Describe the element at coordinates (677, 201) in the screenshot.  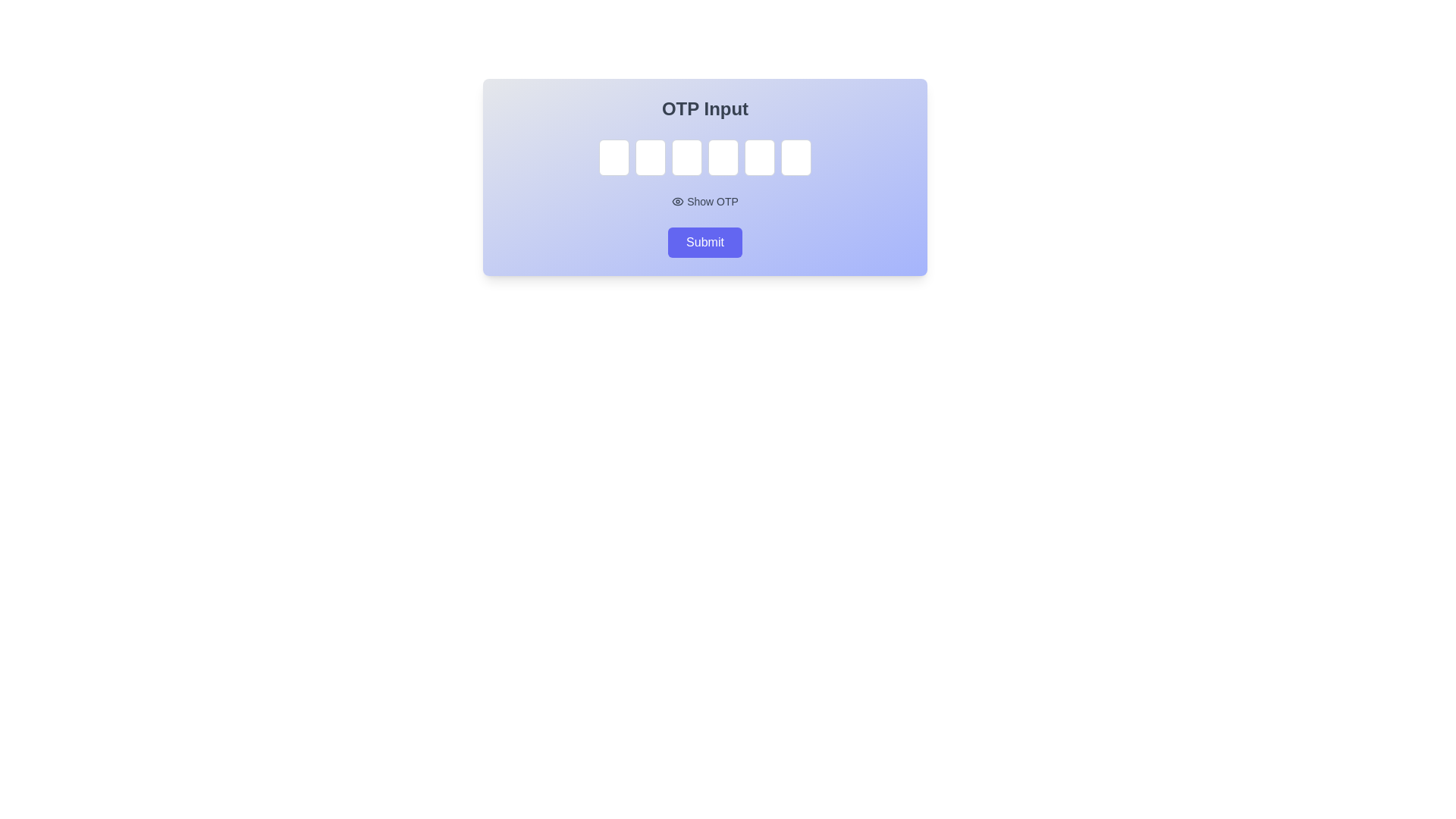
I see `the eye-like icon used to toggle the visibility of the OTP input value, located next to the 'Show OTP' context` at that location.